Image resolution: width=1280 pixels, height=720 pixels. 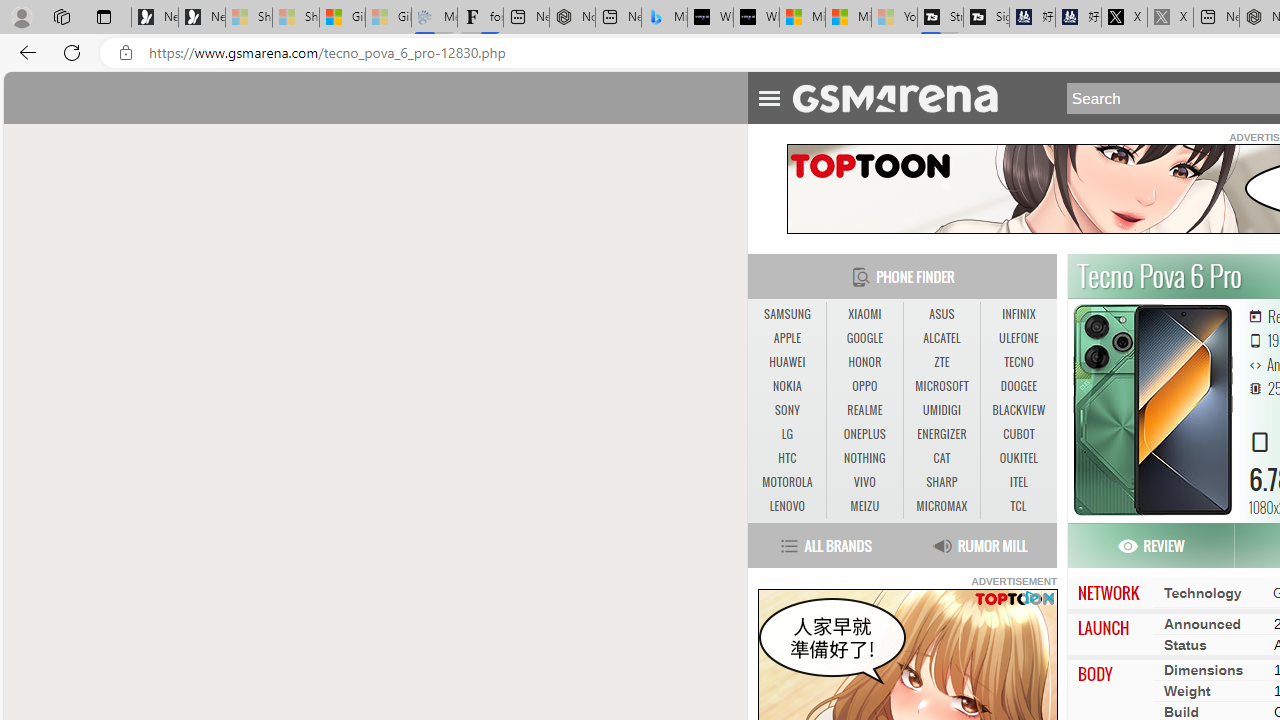 I want to click on 'Class: privacy_out', so click(x=1031, y=596).